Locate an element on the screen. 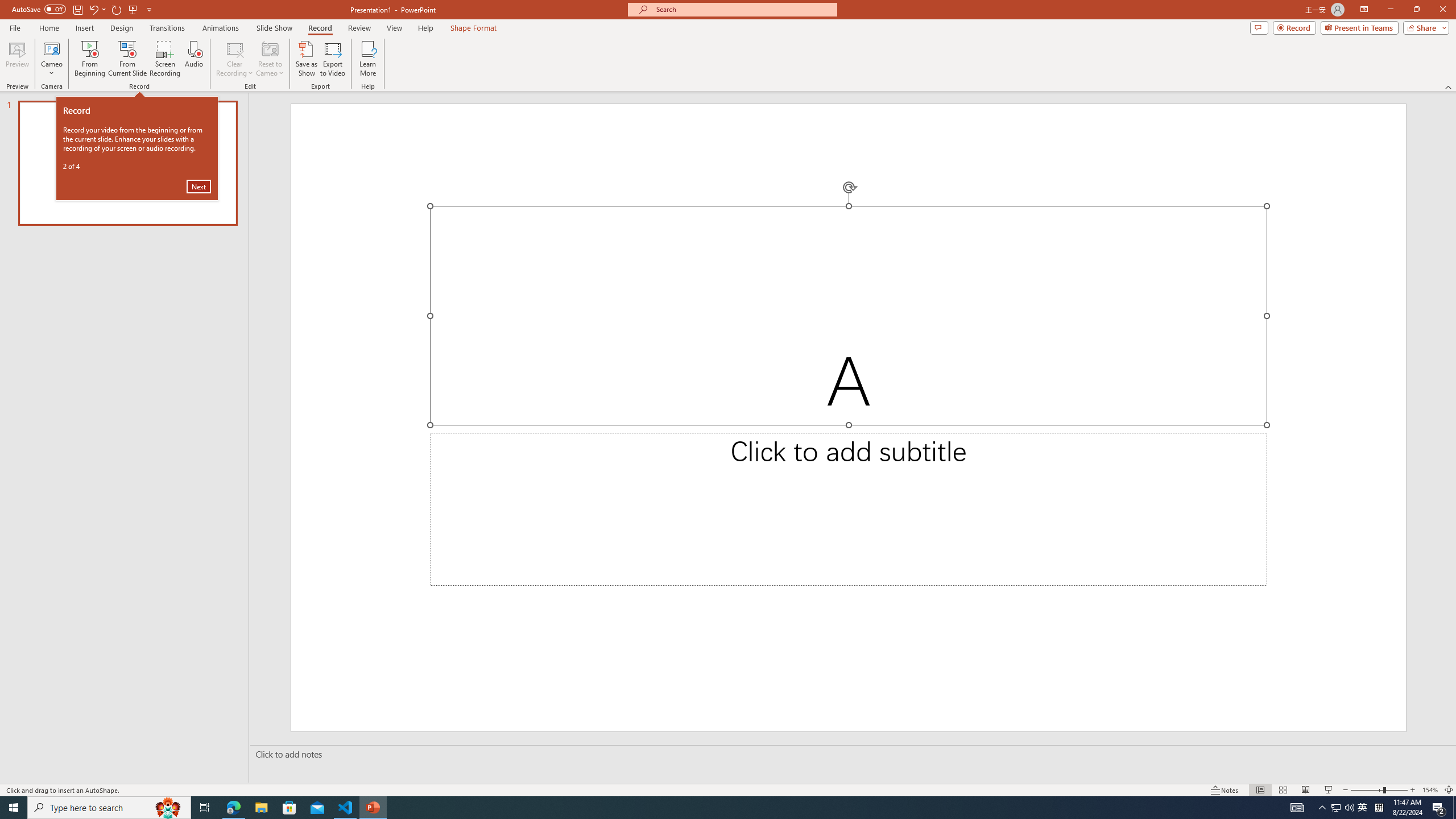  'Next' is located at coordinates (198, 185).